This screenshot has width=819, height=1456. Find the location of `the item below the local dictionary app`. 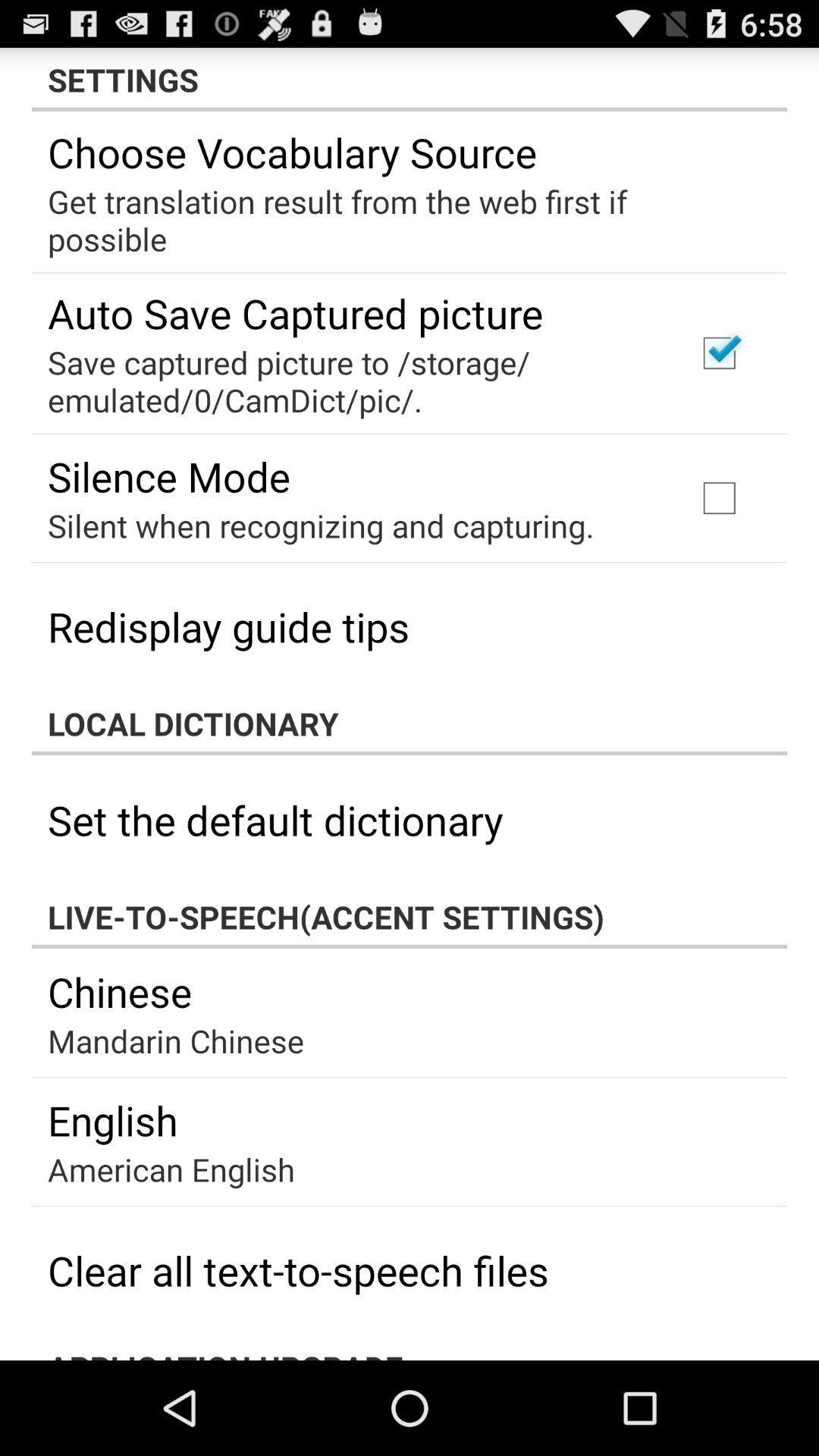

the item below the local dictionary app is located at coordinates (275, 819).